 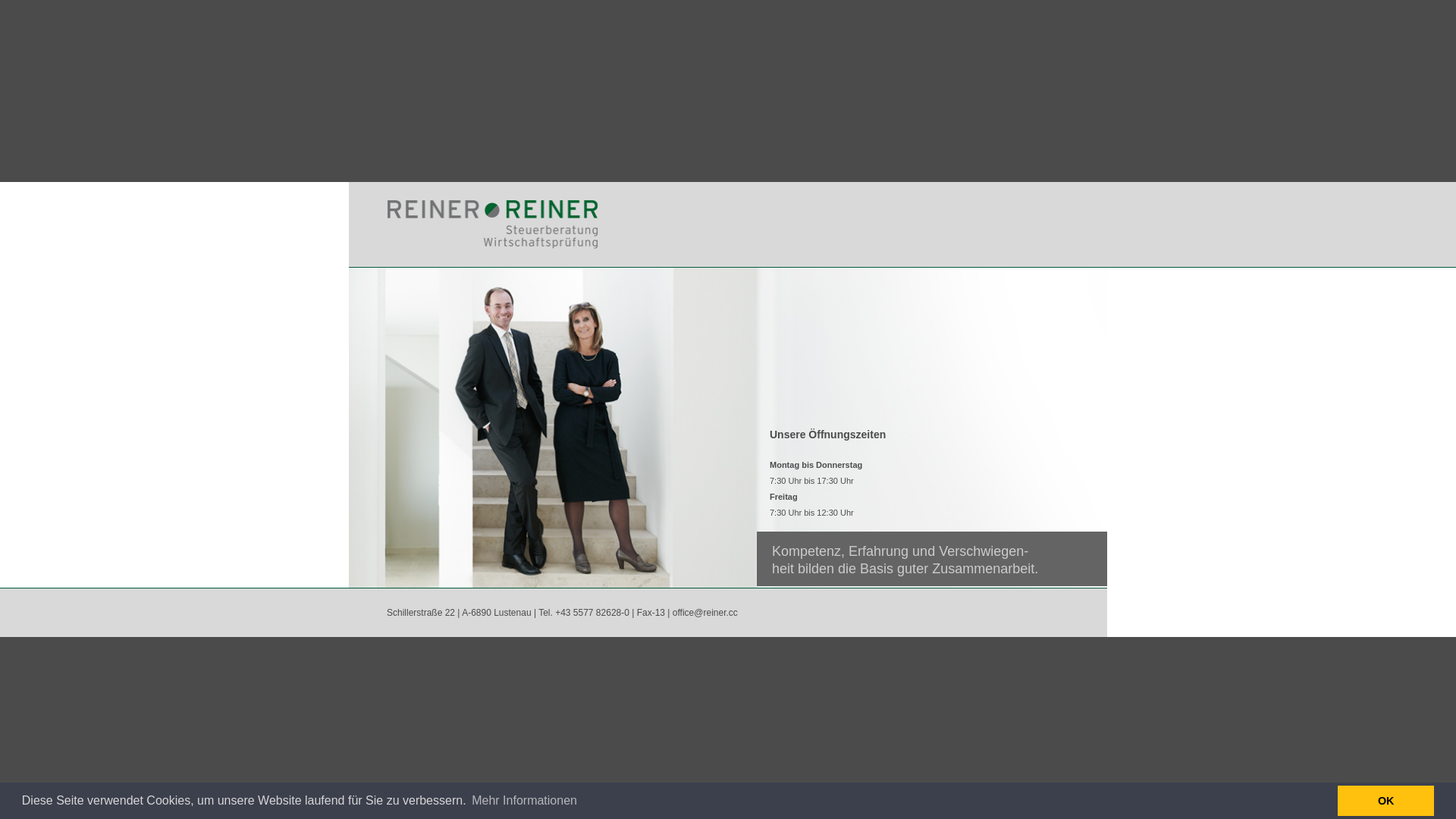 What do you see at coordinates (524, 800) in the screenshot?
I see `'Mehr Informationen'` at bounding box center [524, 800].